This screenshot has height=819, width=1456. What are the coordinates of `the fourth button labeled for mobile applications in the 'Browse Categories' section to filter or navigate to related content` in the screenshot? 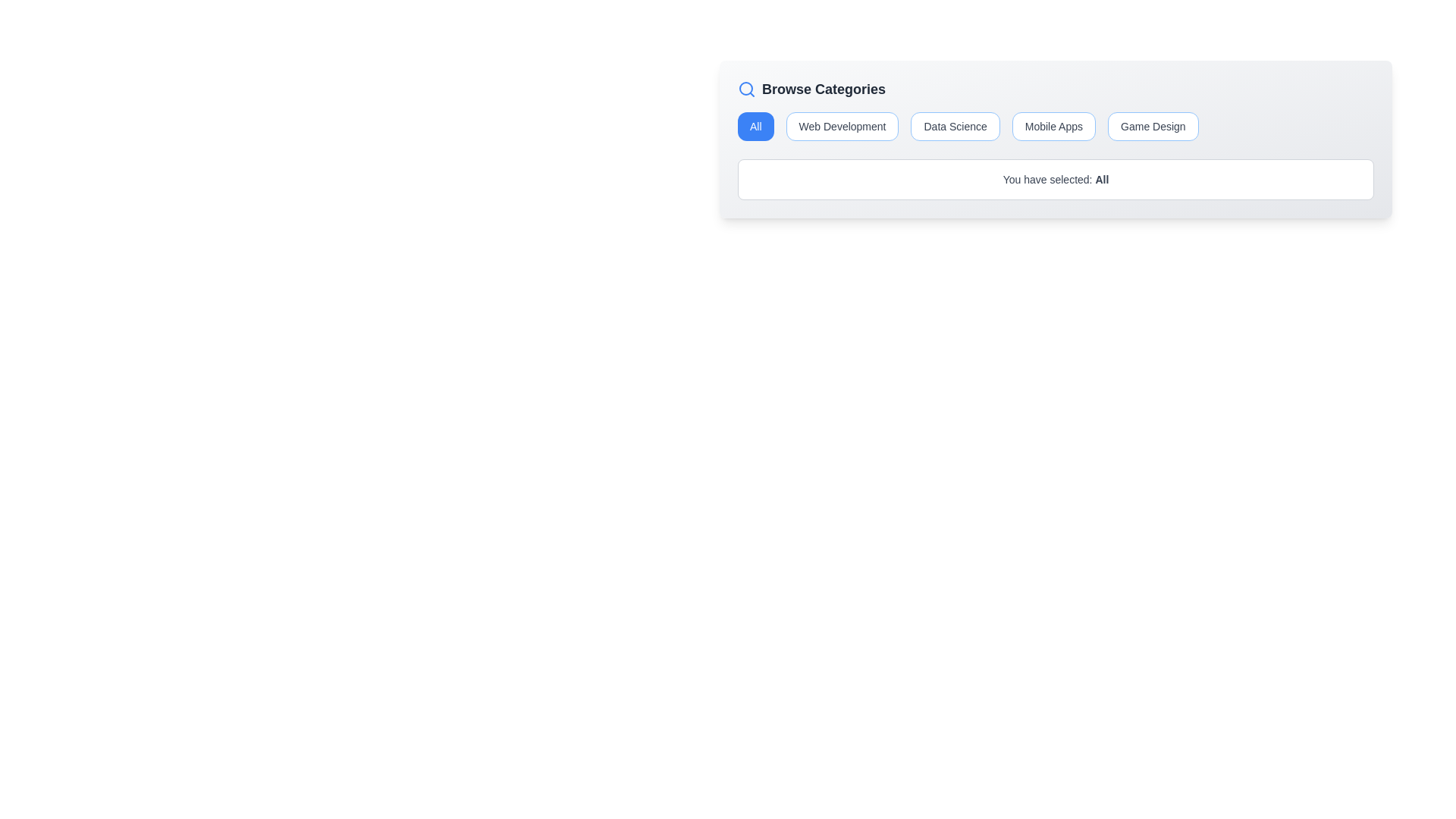 It's located at (1052, 125).